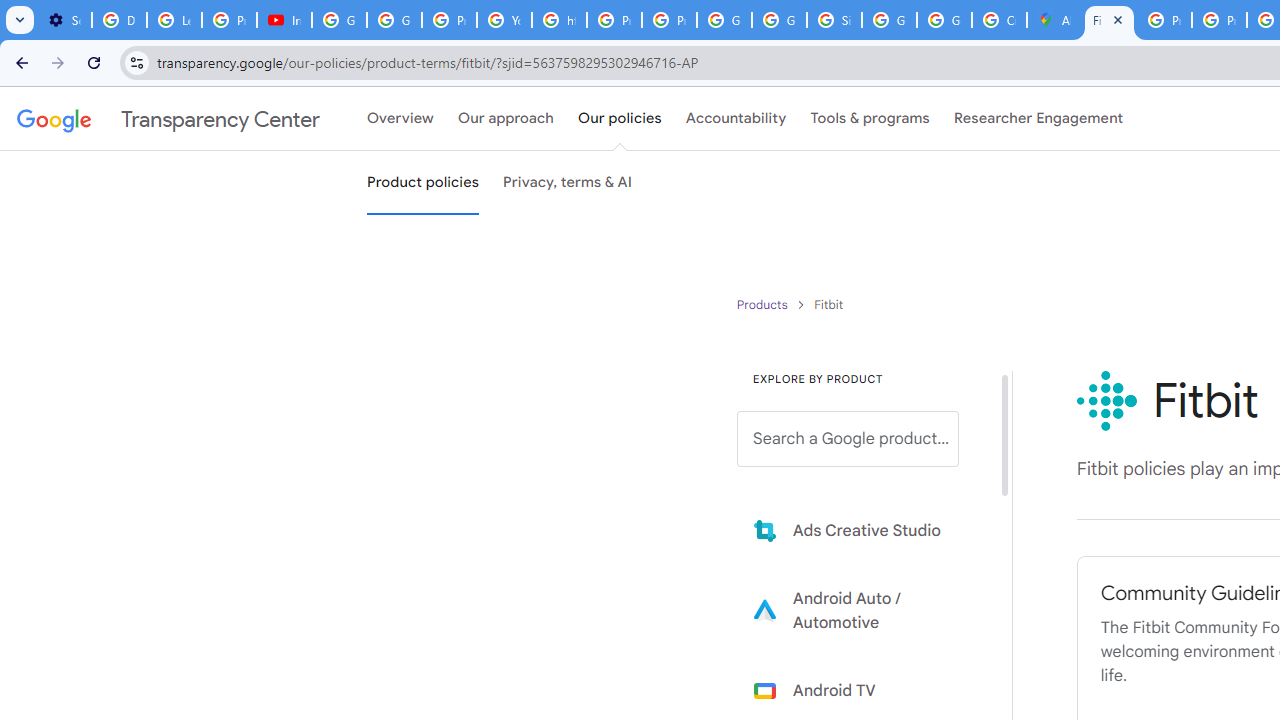  What do you see at coordinates (339, 20) in the screenshot?
I see `'Google Account Help'` at bounding box center [339, 20].